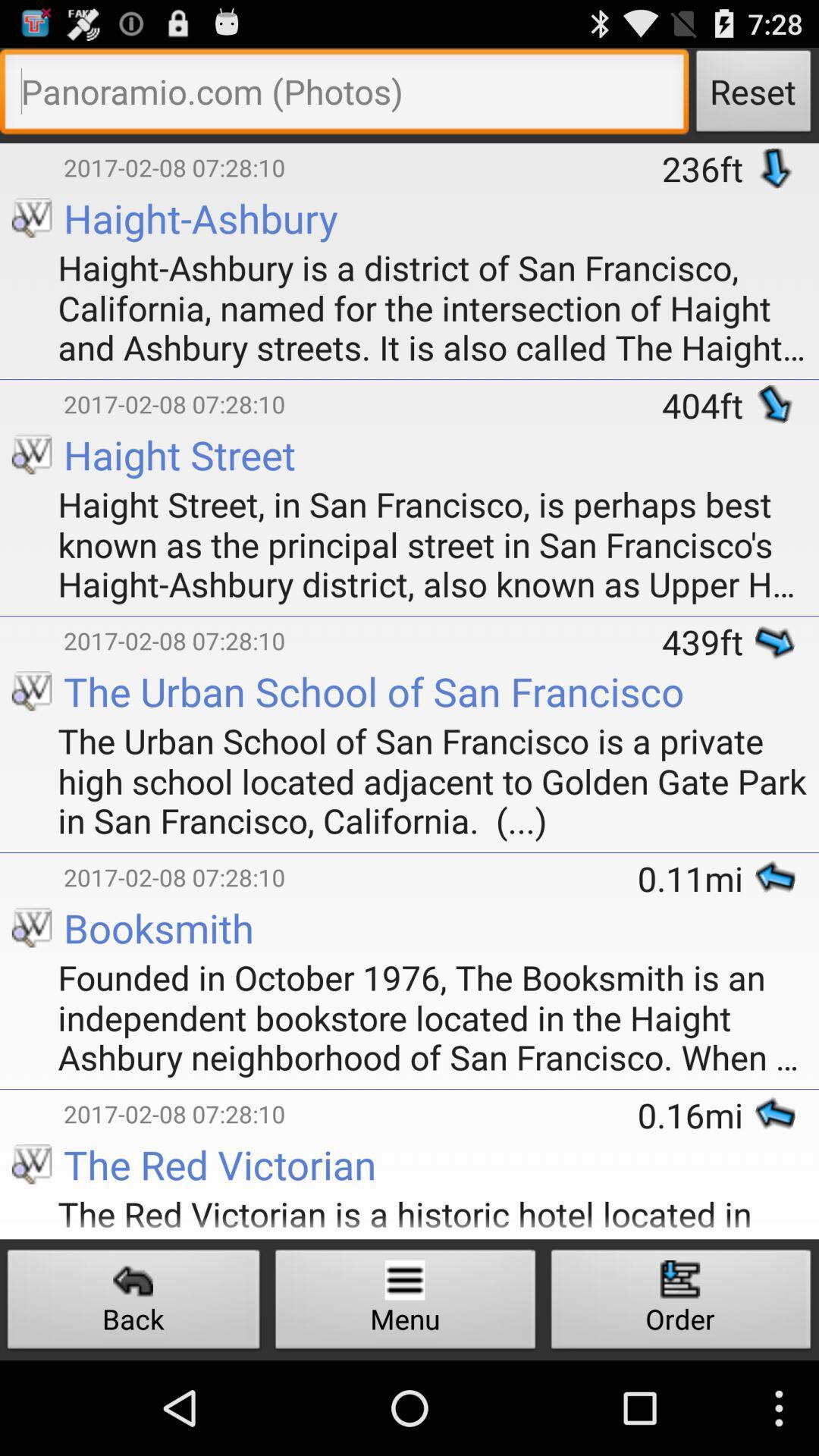 The height and width of the screenshot is (1456, 819). What do you see at coordinates (32, 145) in the screenshot?
I see `the app to the left of 2017 02 08` at bounding box center [32, 145].